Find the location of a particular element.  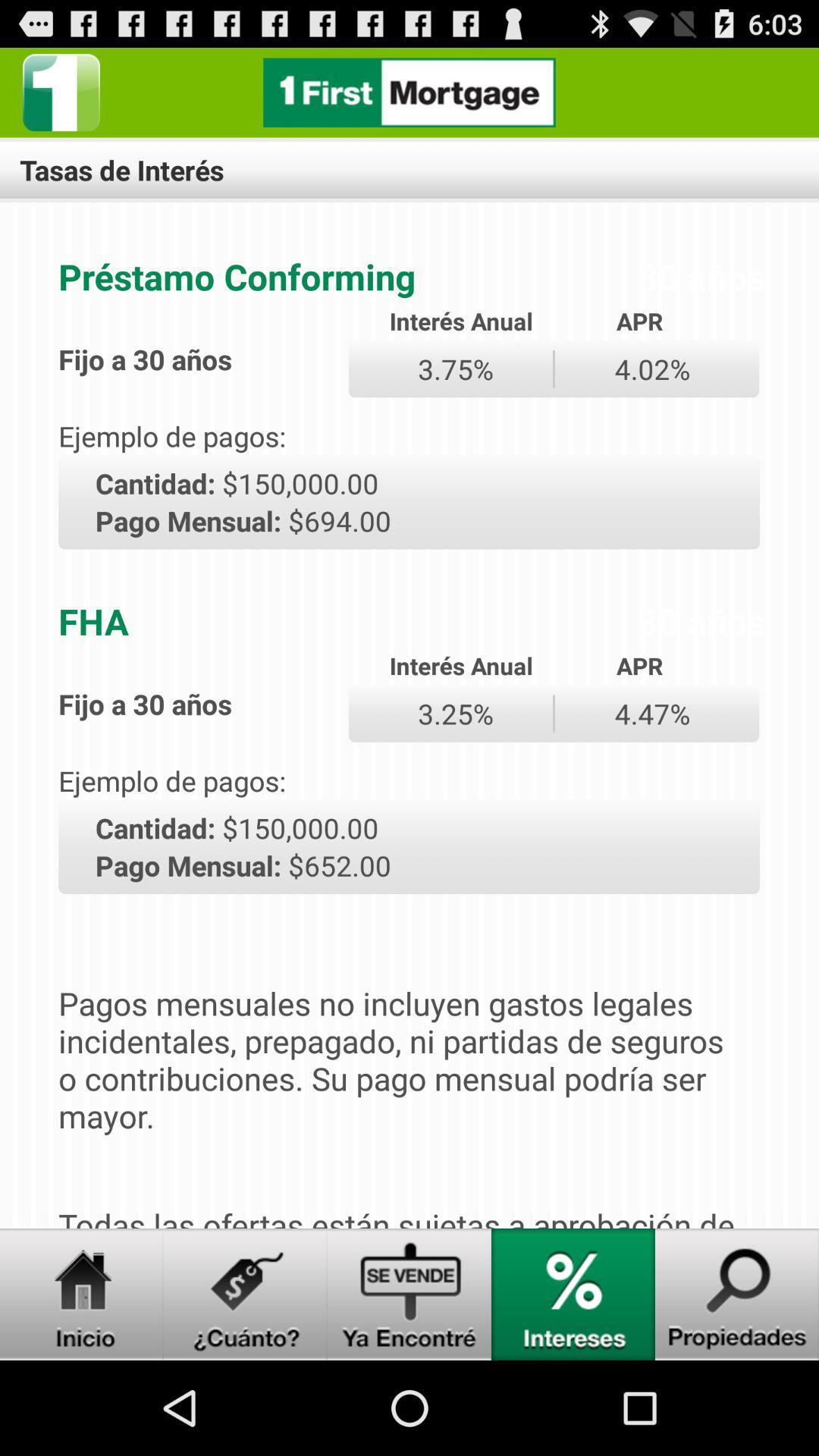

calculate interest is located at coordinates (573, 1294).